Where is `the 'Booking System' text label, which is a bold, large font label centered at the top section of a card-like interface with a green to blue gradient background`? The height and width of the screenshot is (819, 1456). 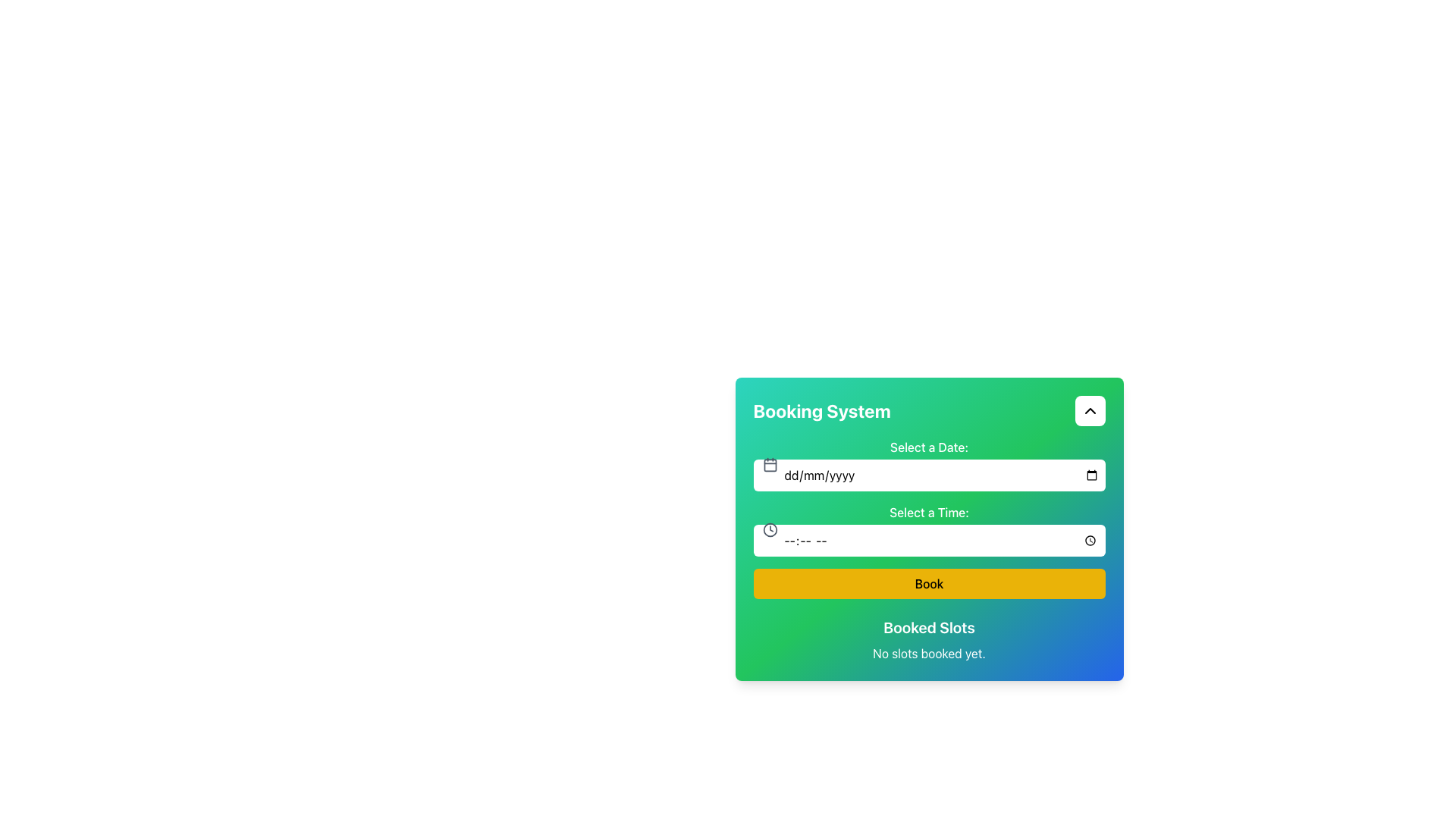
the 'Booking System' text label, which is a bold, large font label centered at the top section of a card-like interface with a green to blue gradient background is located at coordinates (821, 411).